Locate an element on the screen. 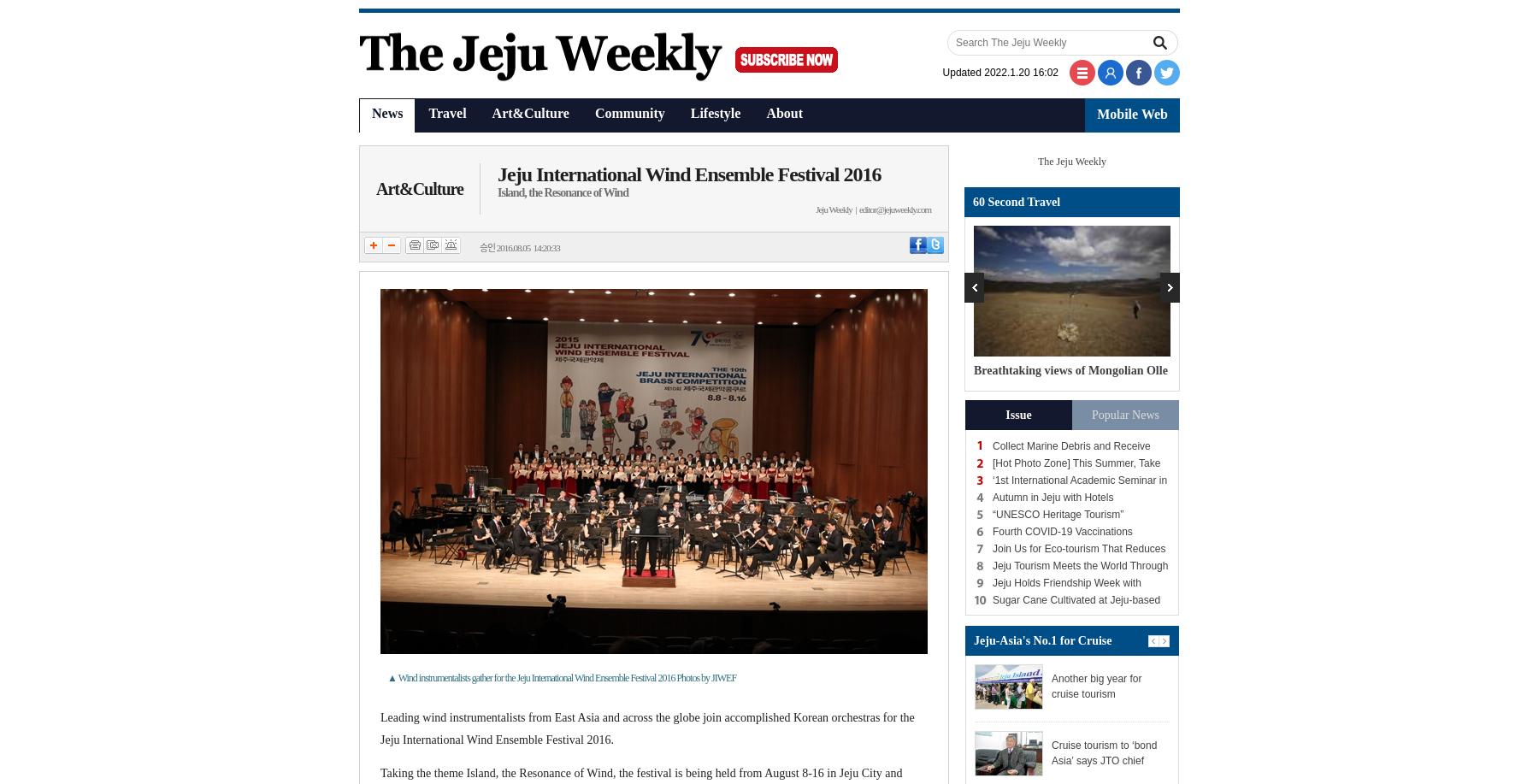 This screenshot has height=784, width=1539. 'Jeju-Asia's No.1 for Cruise' is located at coordinates (1041, 639).